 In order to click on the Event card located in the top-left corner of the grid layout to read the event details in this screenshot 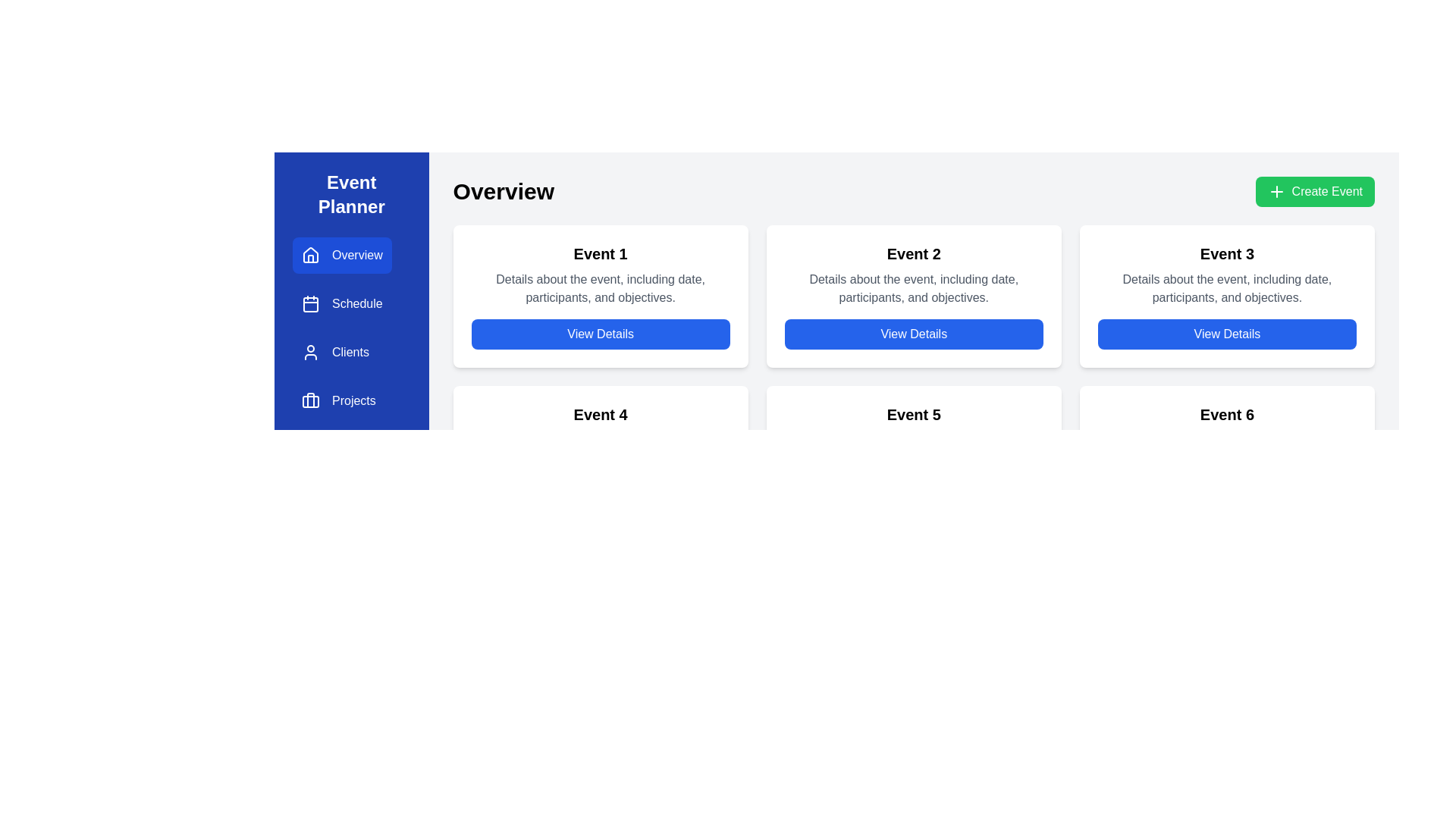, I will do `click(600, 296)`.